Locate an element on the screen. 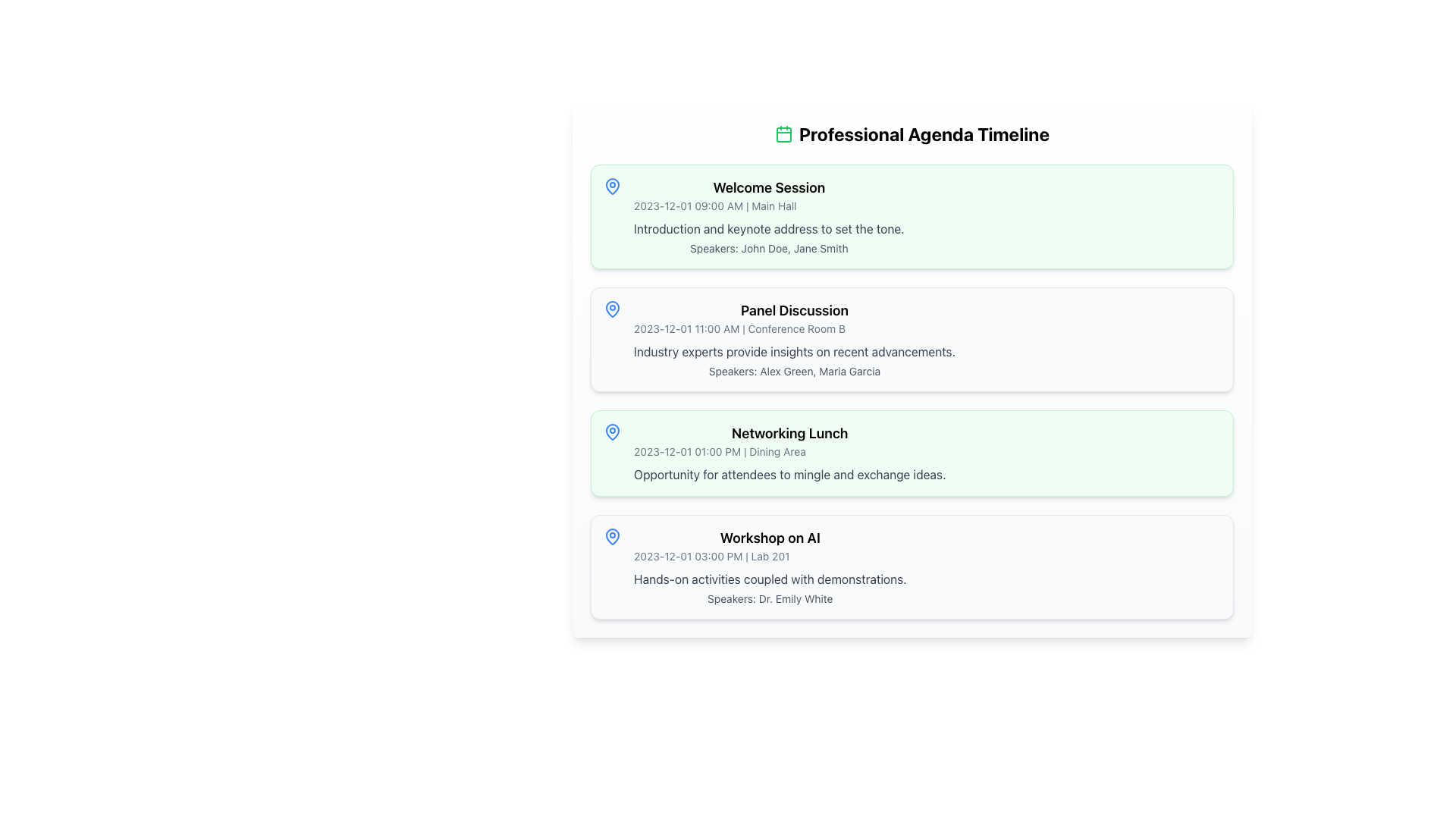 This screenshot has width=1456, height=819. the location indicator icon that visually cues the associated details for 'Main Hall', positioned to the left of the 'Welcome Session' text block is located at coordinates (612, 186).